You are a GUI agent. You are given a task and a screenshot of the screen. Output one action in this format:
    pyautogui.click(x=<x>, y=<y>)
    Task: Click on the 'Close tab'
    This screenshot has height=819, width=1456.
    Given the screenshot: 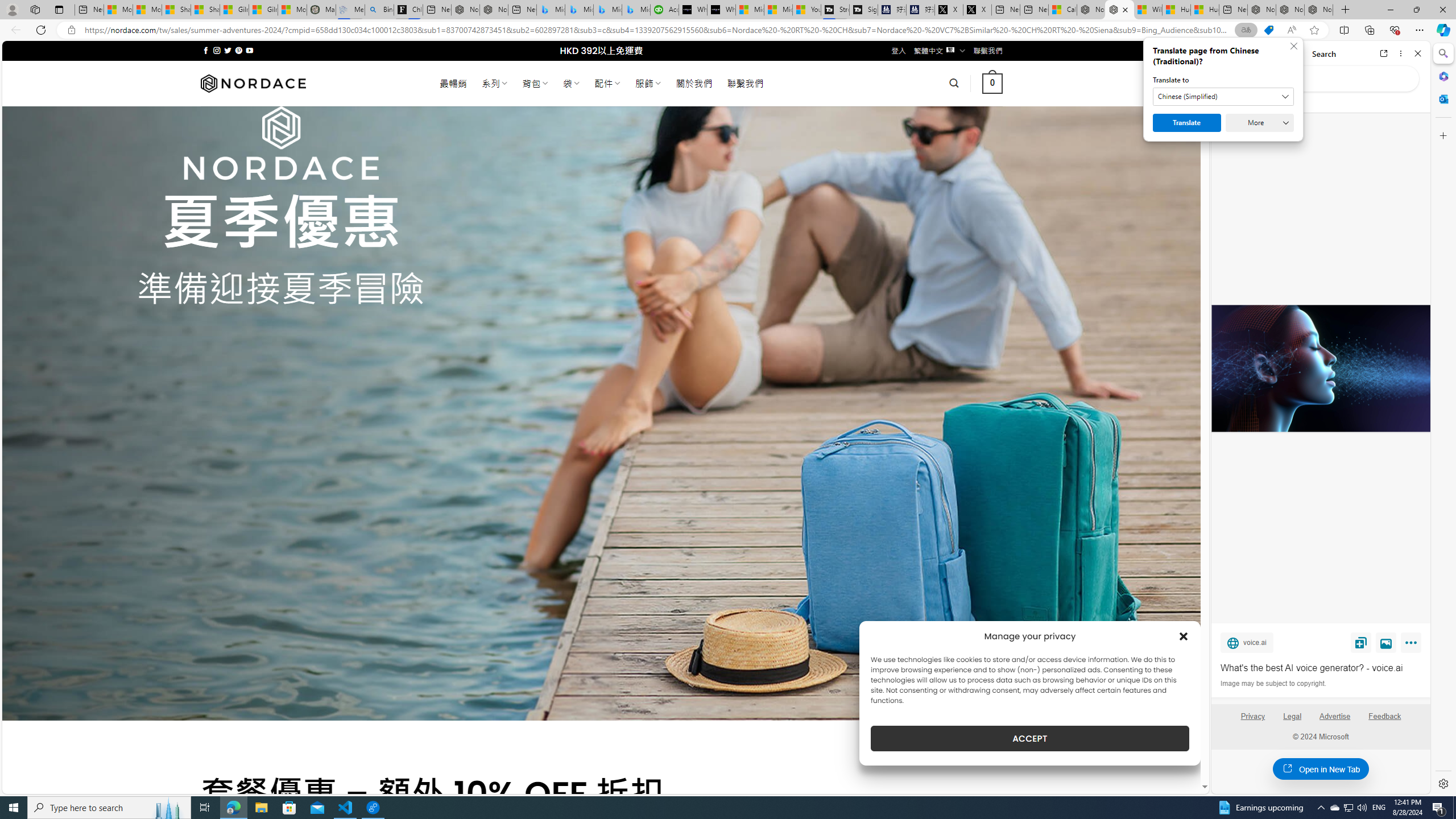 What is the action you would take?
    pyautogui.click(x=1124, y=9)
    